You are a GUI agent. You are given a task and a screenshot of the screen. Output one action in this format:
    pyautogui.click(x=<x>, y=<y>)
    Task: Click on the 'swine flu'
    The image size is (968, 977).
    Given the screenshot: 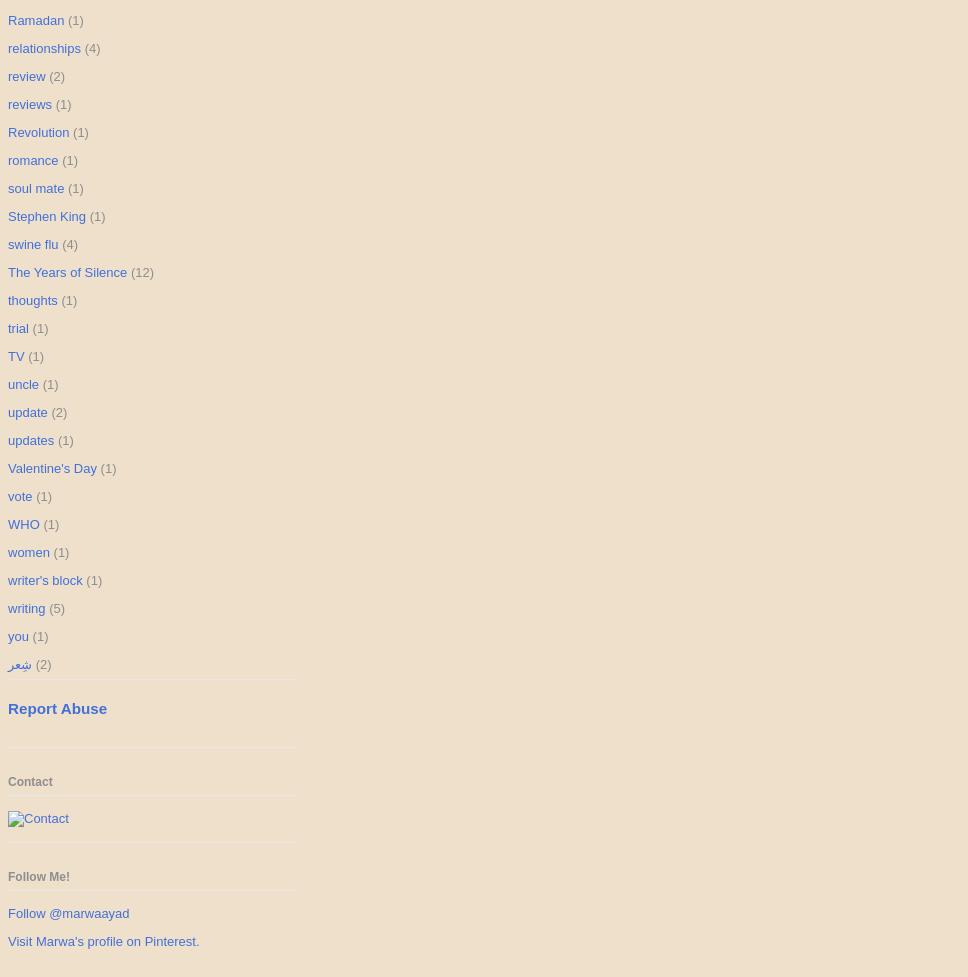 What is the action you would take?
    pyautogui.click(x=33, y=243)
    